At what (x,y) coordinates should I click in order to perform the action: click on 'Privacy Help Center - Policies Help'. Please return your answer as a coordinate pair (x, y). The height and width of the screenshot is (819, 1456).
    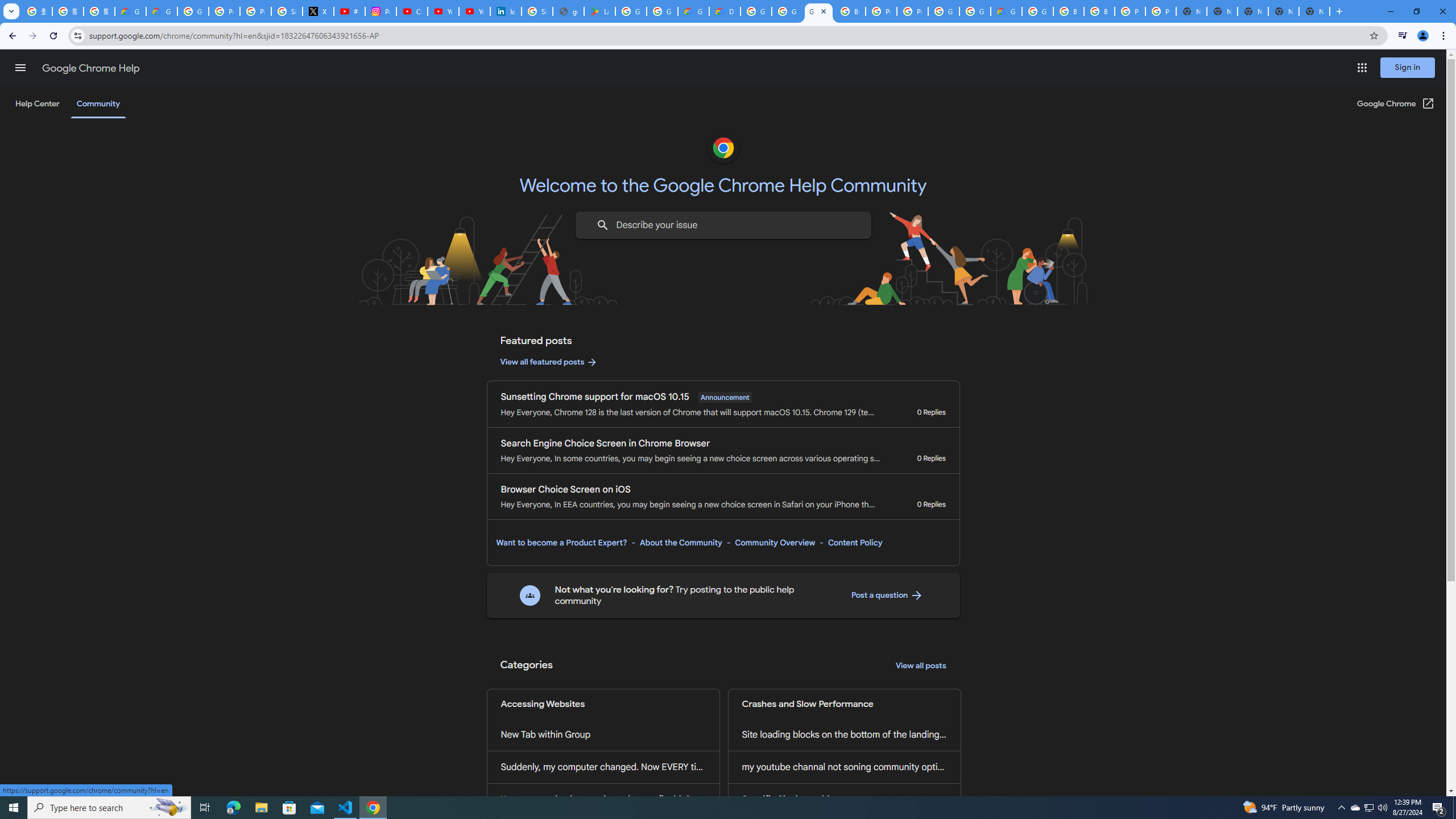
    Looking at the image, I should click on (255, 11).